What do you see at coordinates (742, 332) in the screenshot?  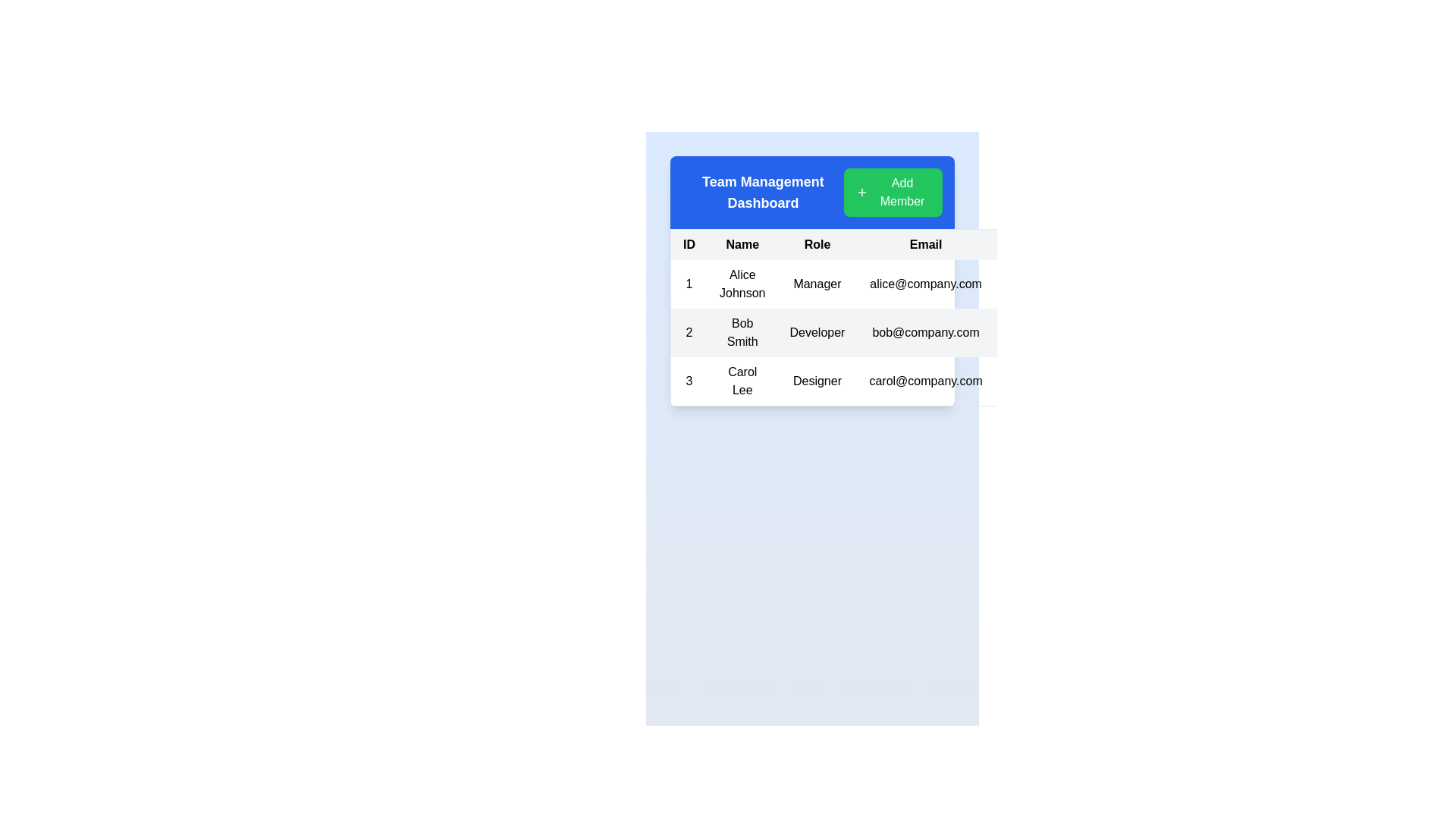 I see `the text element displaying the name 'Bob Smith' located in the second row of the table within the 'Name' column` at bounding box center [742, 332].